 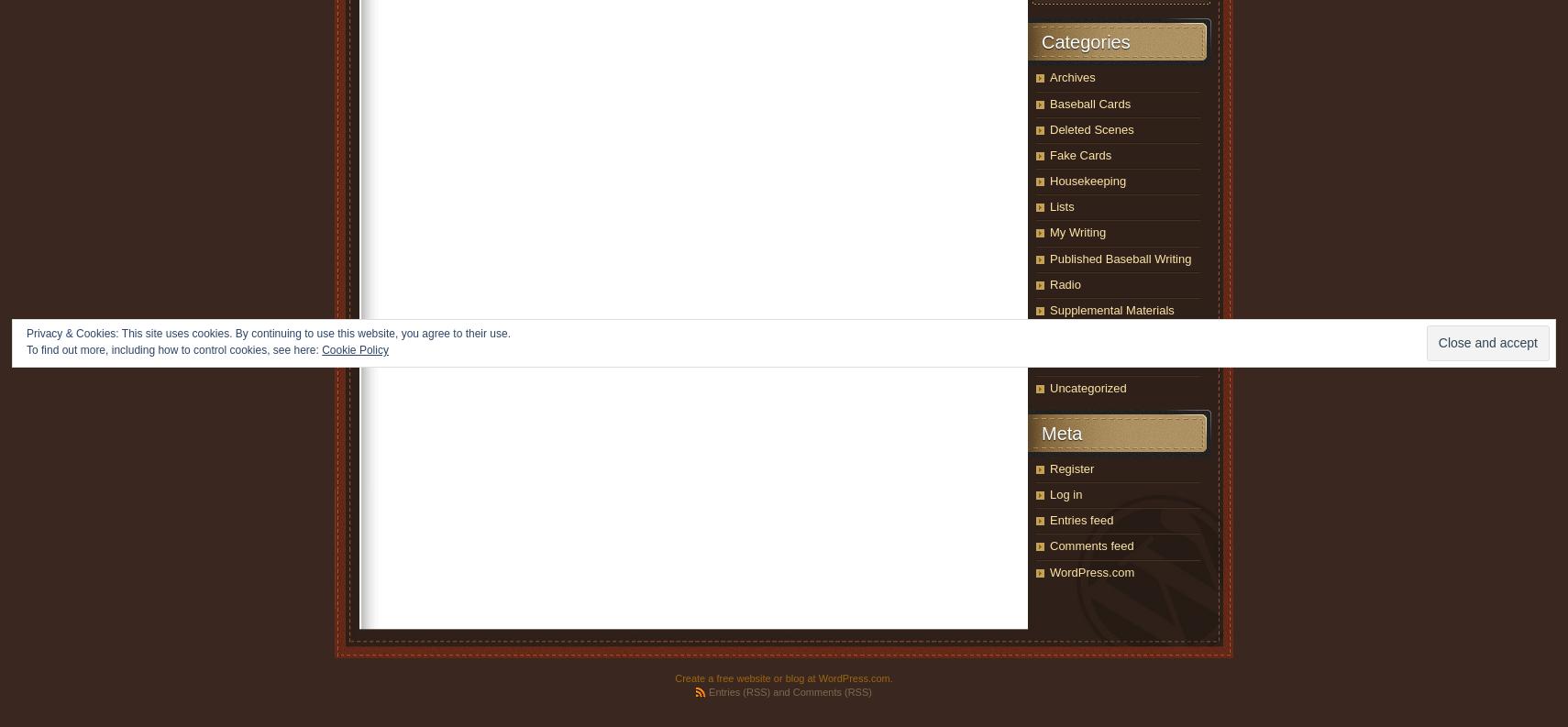 What do you see at coordinates (1049, 492) in the screenshot?
I see `'Log in'` at bounding box center [1049, 492].